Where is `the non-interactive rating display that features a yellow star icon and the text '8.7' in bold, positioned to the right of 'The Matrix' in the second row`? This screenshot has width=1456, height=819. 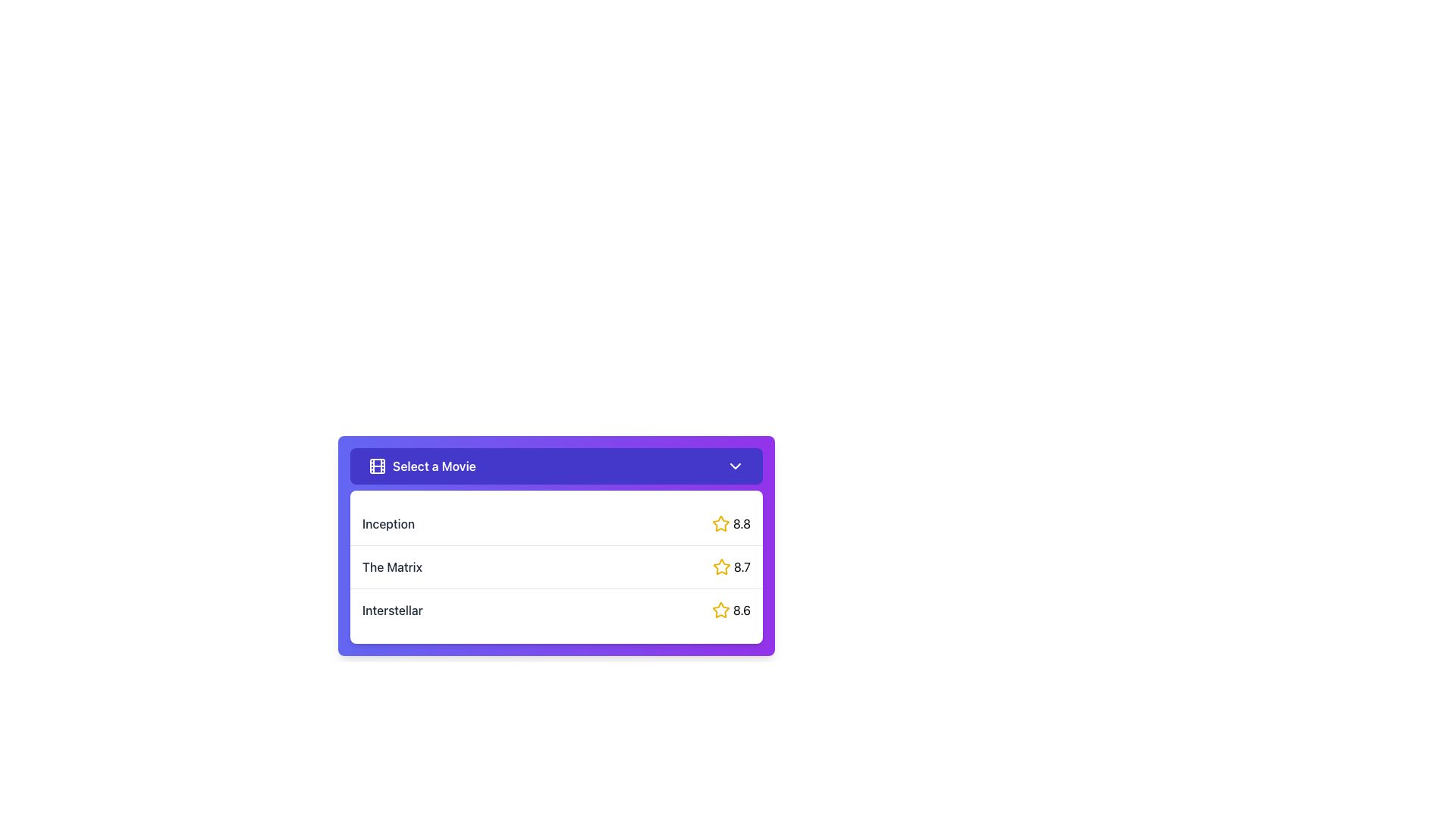
the non-interactive rating display that features a yellow star icon and the text '8.7' in bold, positioned to the right of 'The Matrix' in the second row is located at coordinates (731, 567).